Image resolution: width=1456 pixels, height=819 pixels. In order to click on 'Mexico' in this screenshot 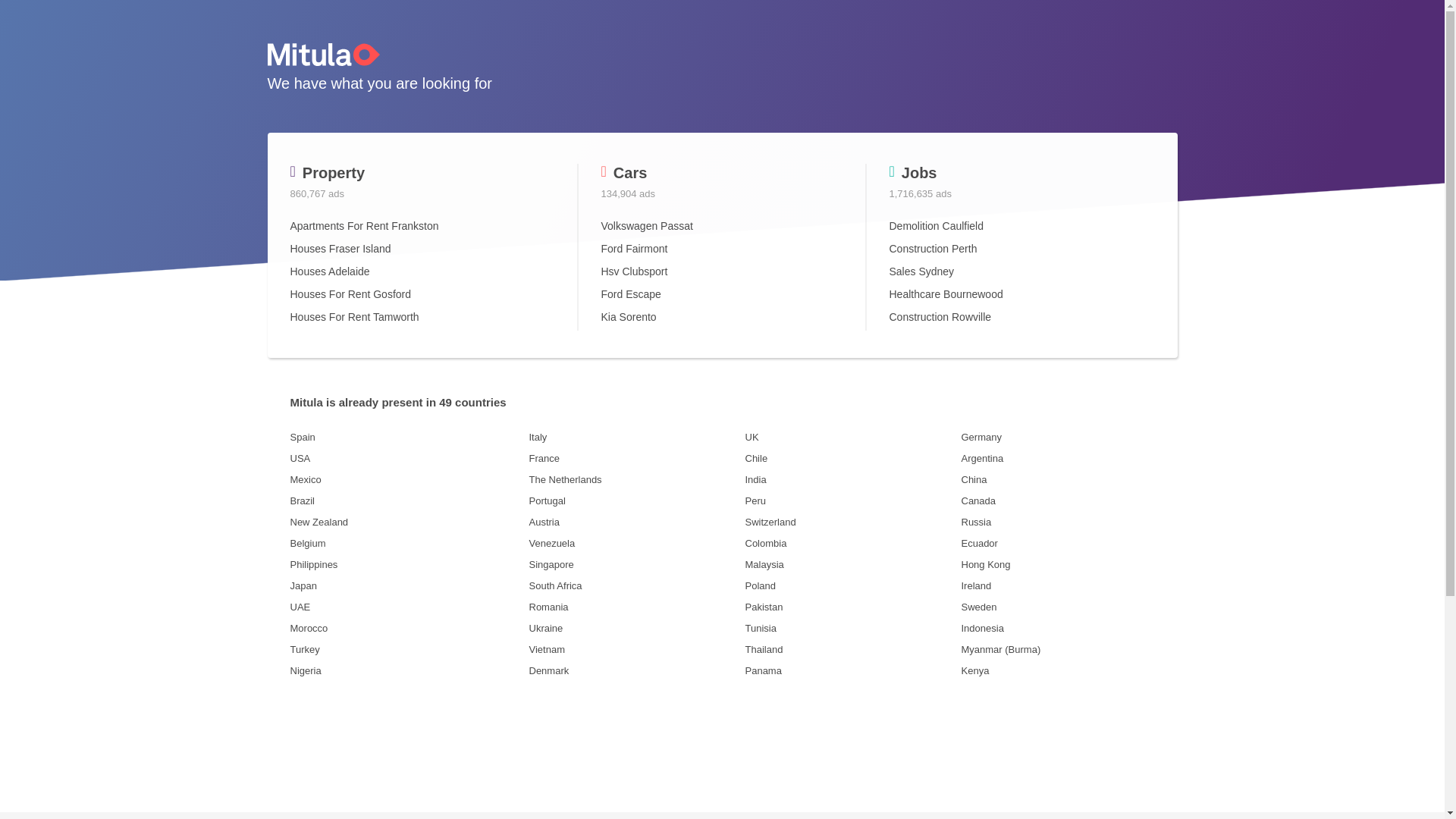, I will do `click(290, 479)`.